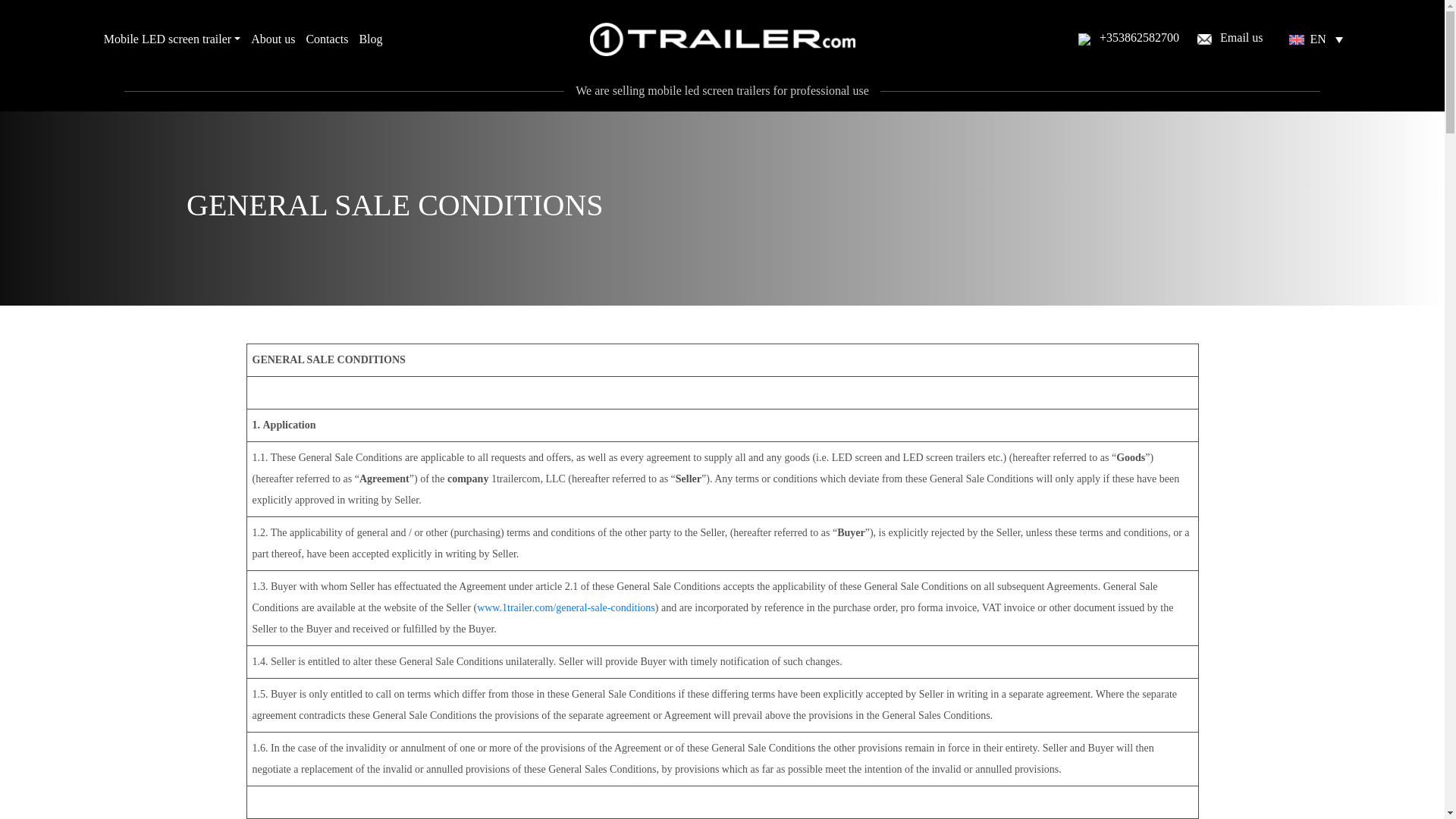  I want to click on 'Contacts', so click(326, 38).